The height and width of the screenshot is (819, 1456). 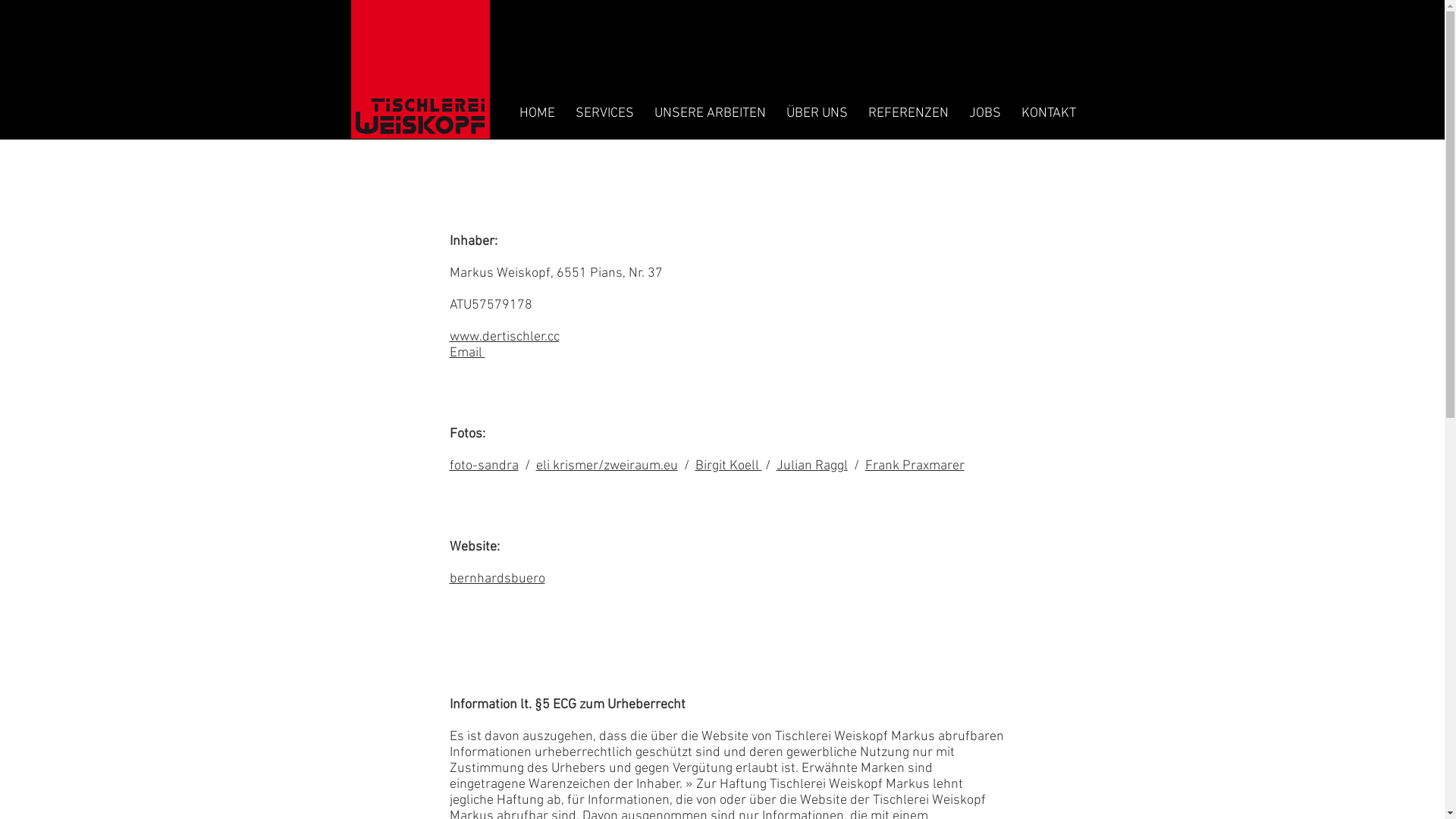 I want to click on 'SERVICES', so click(x=604, y=112).